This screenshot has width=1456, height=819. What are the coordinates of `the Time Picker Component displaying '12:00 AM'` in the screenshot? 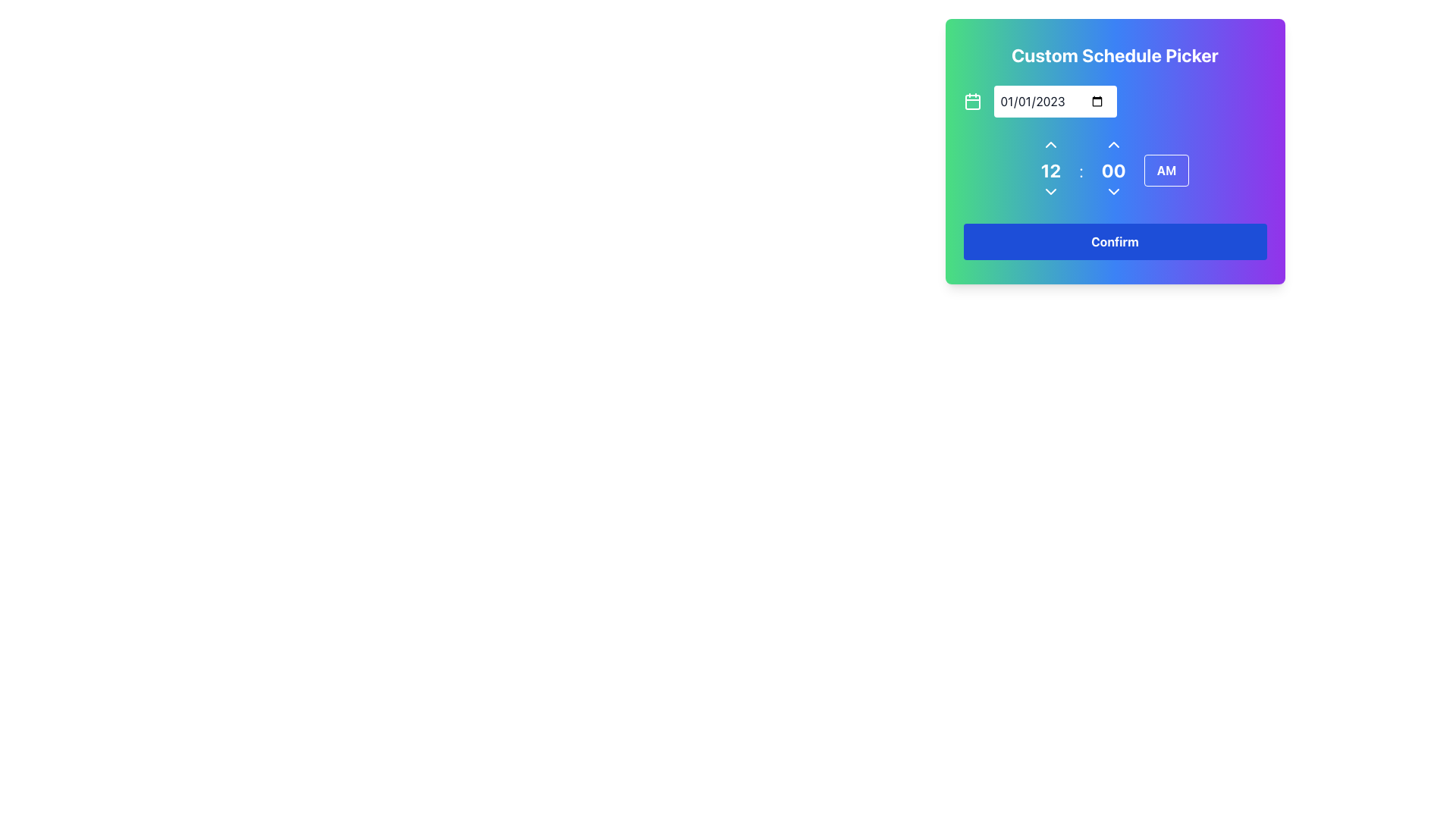 It's located at (1115, 170).